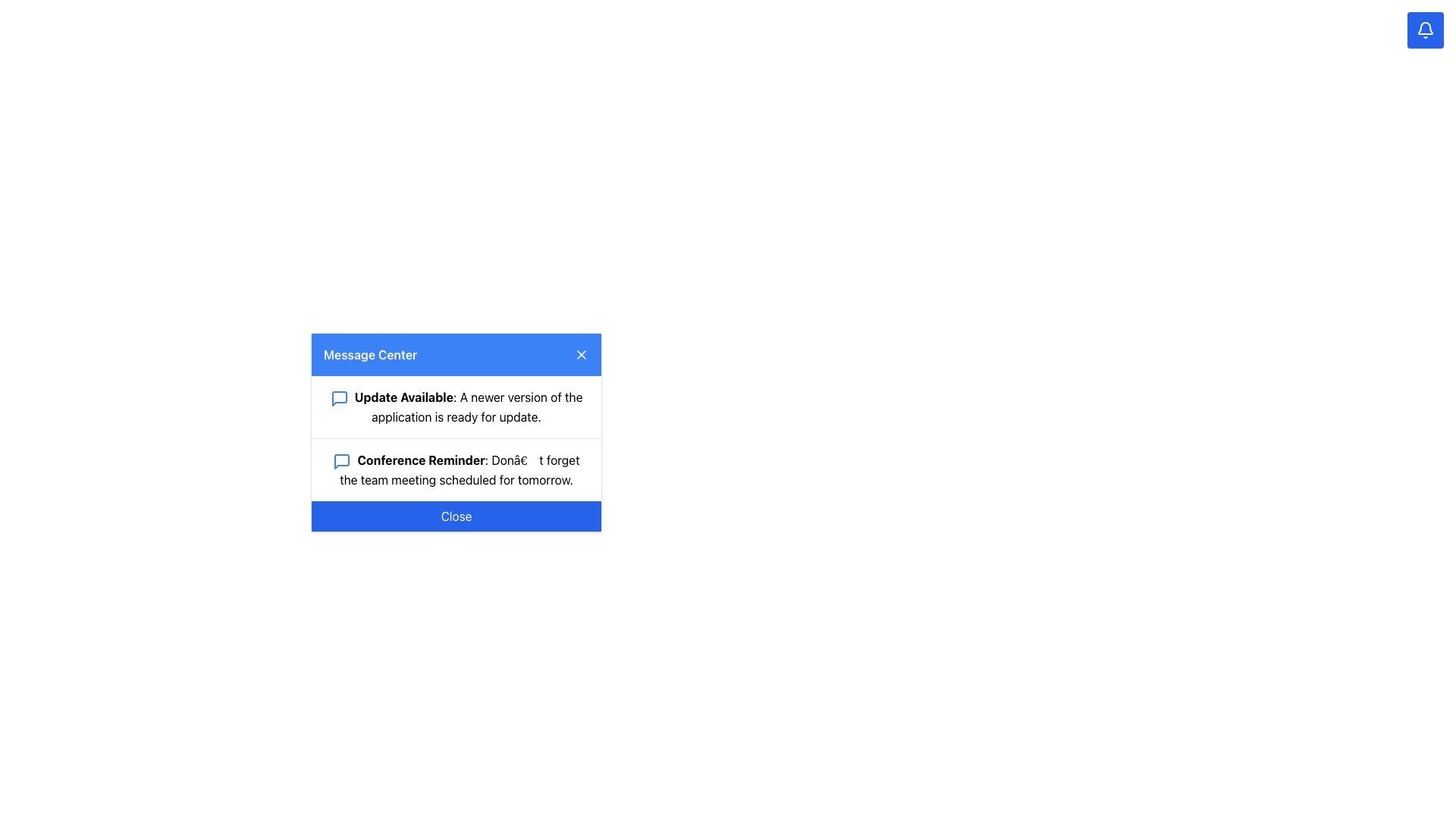  I want to click on the close button located at the bottom of the 'Message Center' modal dialog, so click(455, 514).